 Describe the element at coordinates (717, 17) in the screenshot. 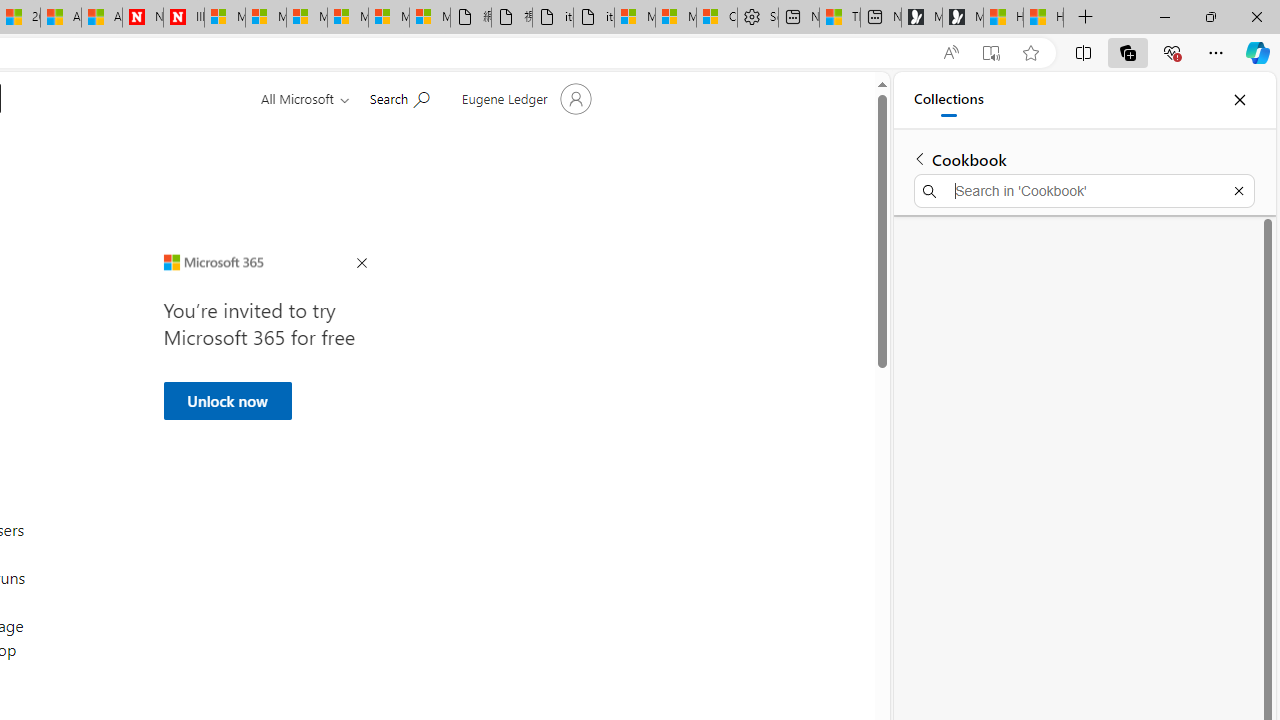

I see `'Consumer Health Data Privacy Policy'` at that location.